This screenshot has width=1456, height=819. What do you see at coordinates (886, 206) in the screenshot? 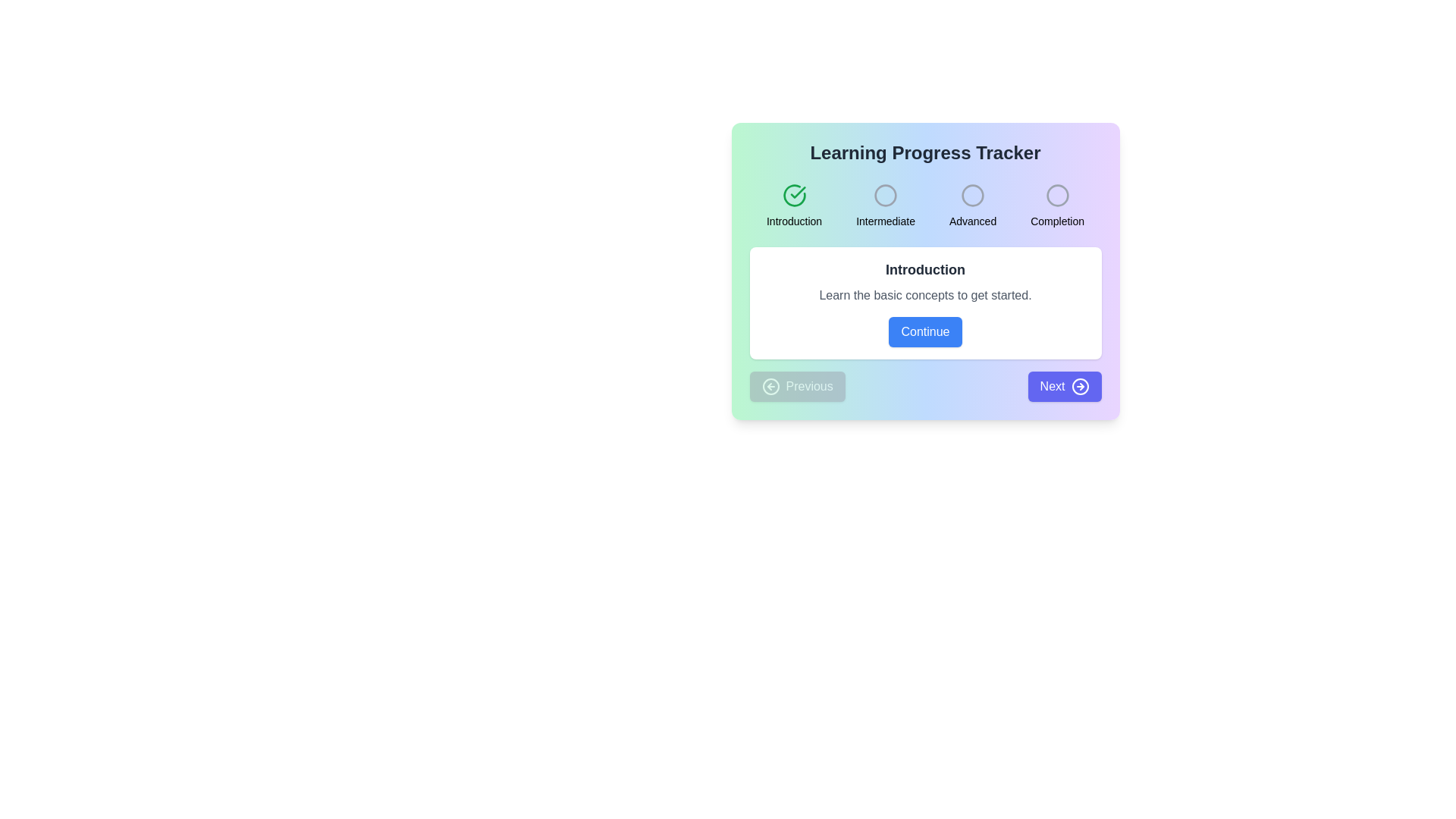
I see `the 'Intermediate' step indicator label with associated icon in the Learning Progress Tracker section, which is the second element in a series of four step indicators` at bounding box center [886, 206].